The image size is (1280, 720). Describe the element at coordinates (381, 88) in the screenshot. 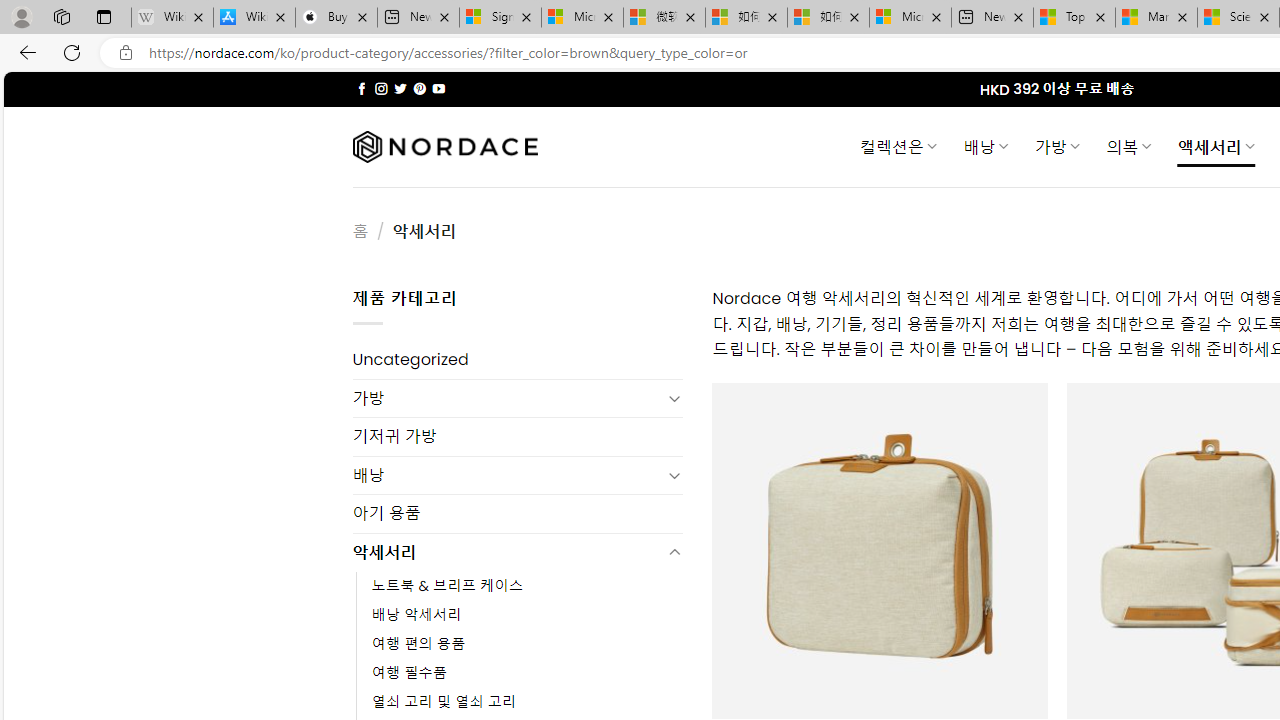

I see `'Follow on Instagram'` at that location.